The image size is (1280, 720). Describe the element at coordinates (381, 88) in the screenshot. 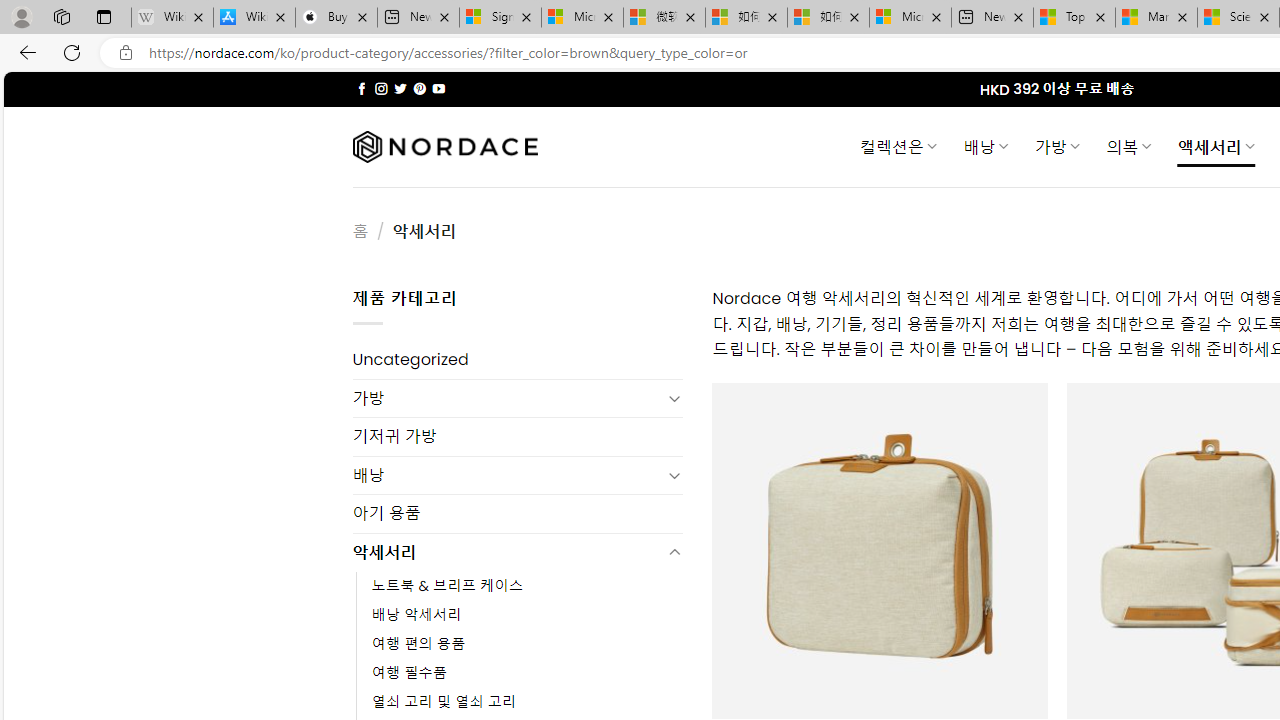

I see `'Follow on Instagram'` at that location.